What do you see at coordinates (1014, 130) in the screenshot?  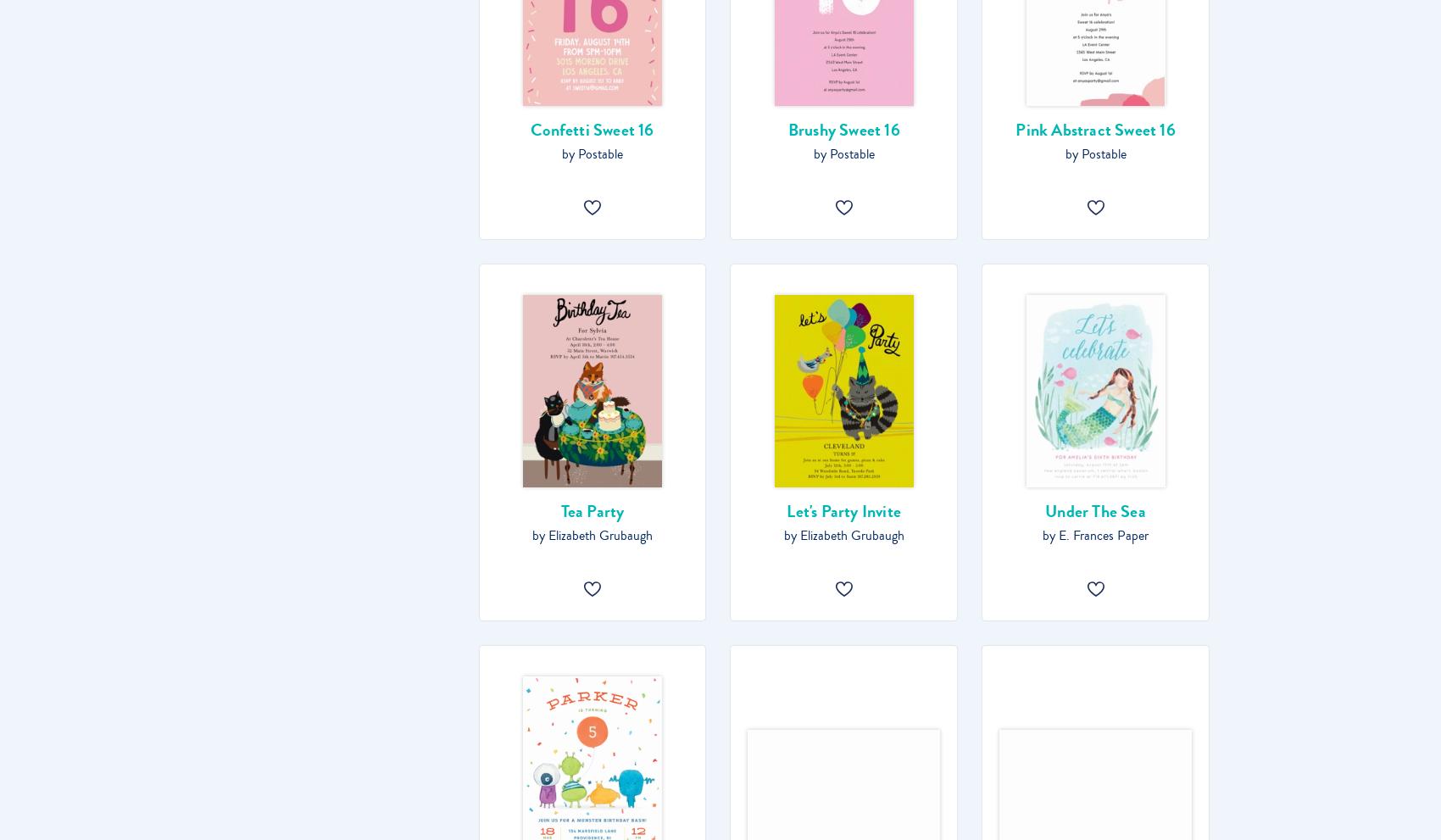 I see `'Pink Abstract Sweet 16'` at bounding box center [1014, 130].